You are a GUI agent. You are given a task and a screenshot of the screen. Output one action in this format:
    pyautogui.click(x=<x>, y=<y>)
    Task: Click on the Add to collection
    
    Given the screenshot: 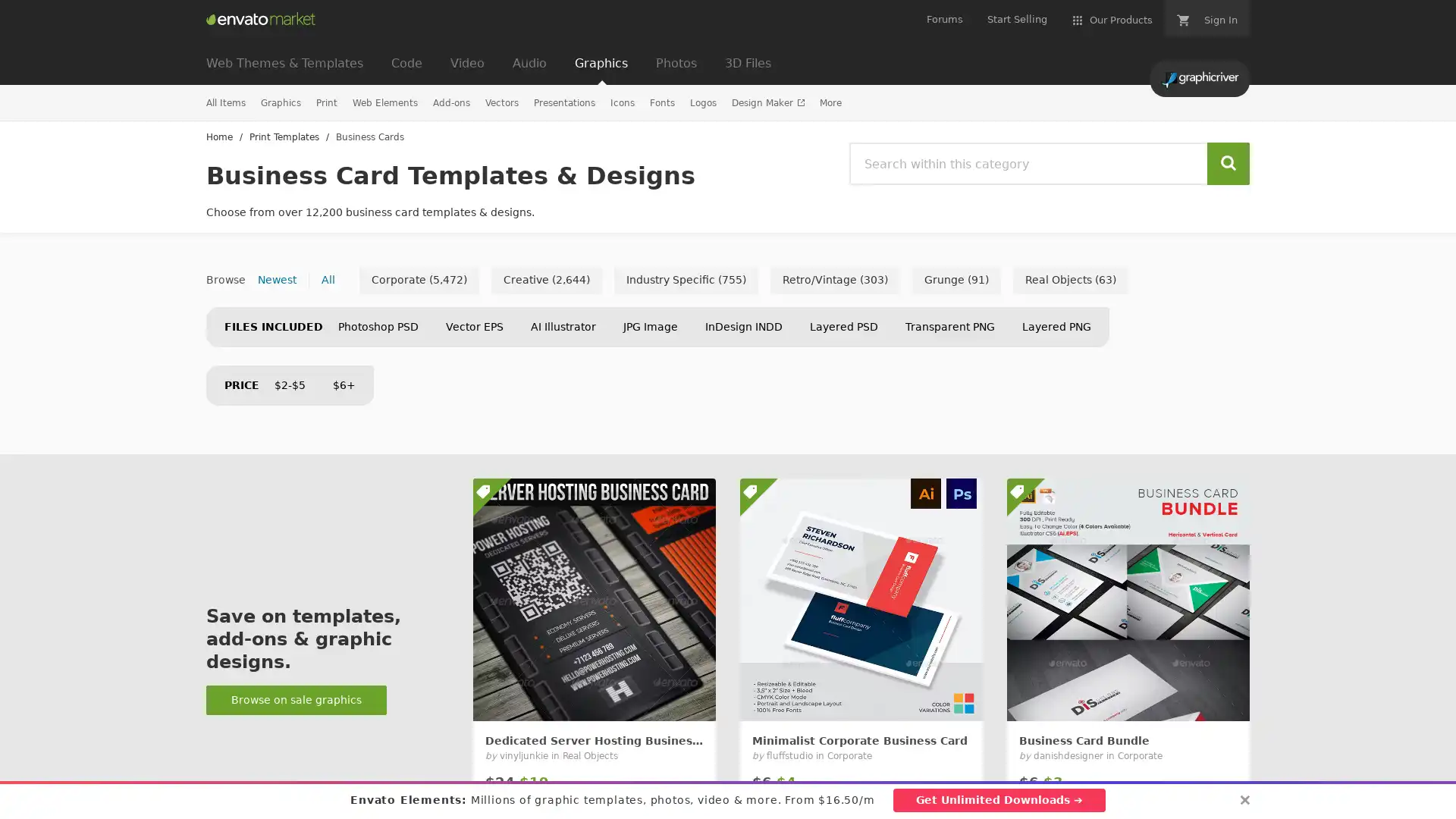 What is the action you would take?
    pyautogui.click(x=922, y=699)
    